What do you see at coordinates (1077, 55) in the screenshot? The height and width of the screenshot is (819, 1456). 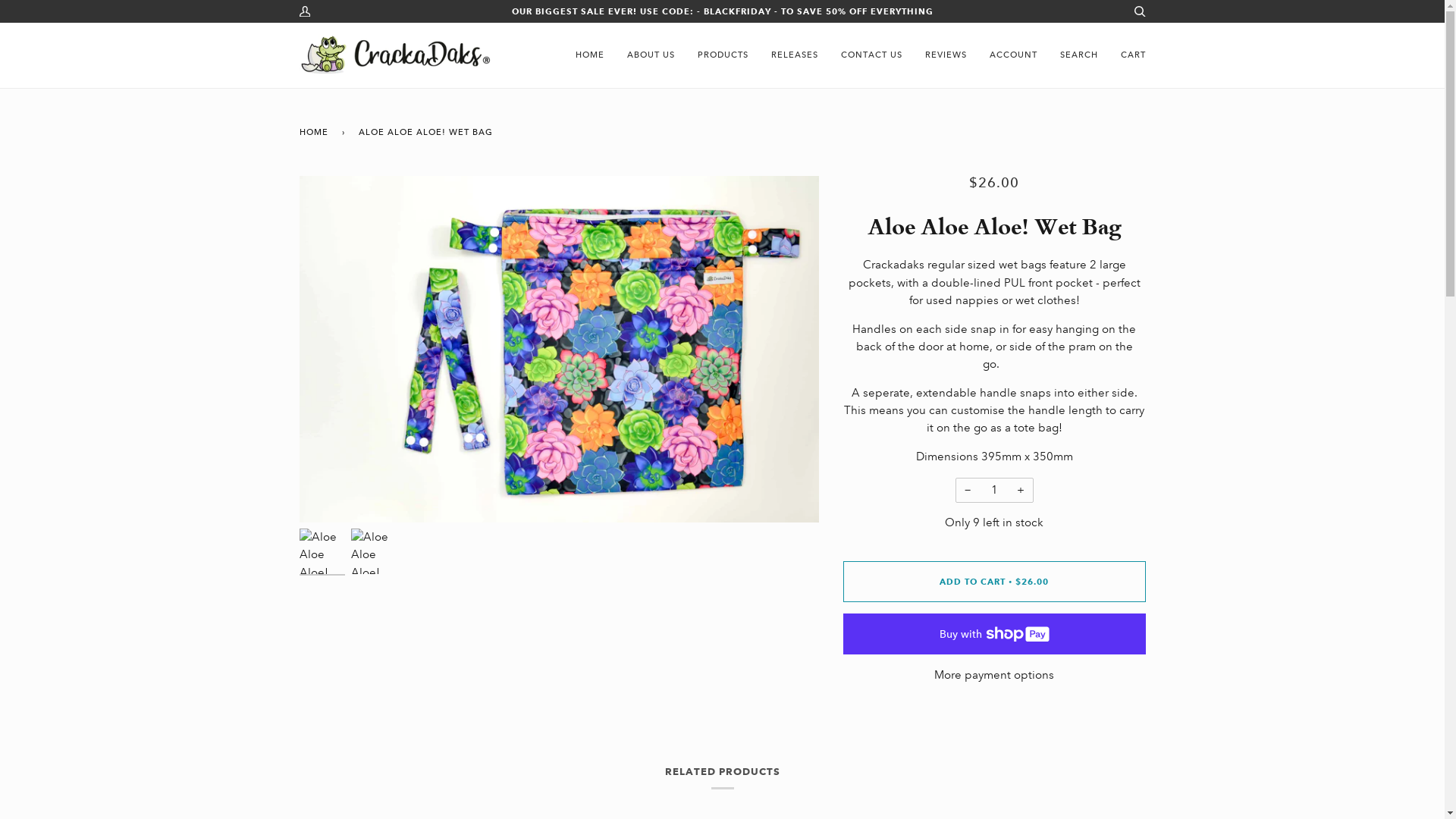 I see `'SEARCH'` at bounding box center [1077, 55].